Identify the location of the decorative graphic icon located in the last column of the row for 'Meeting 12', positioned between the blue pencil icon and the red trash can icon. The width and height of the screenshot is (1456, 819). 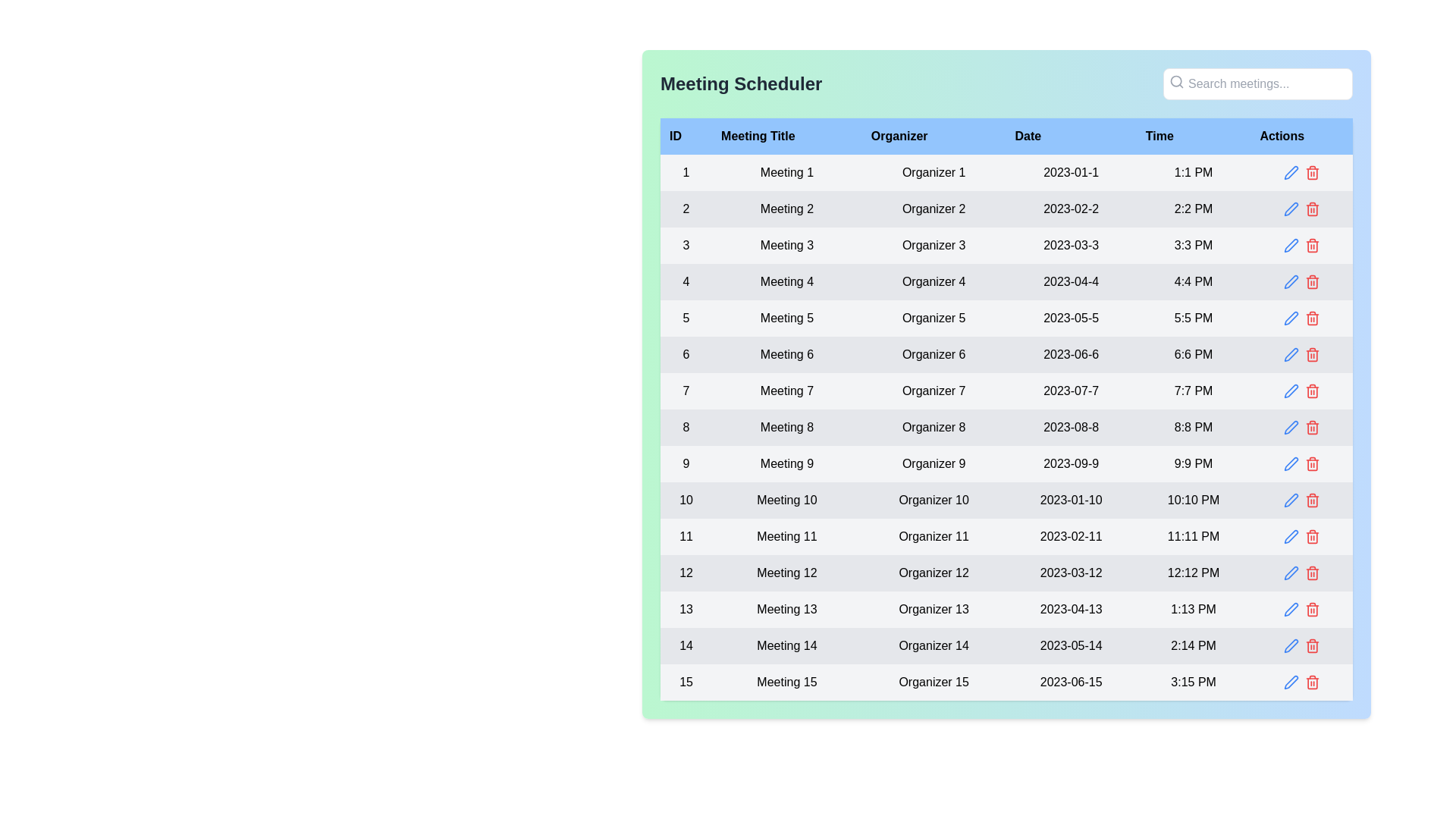
(1301, 573).